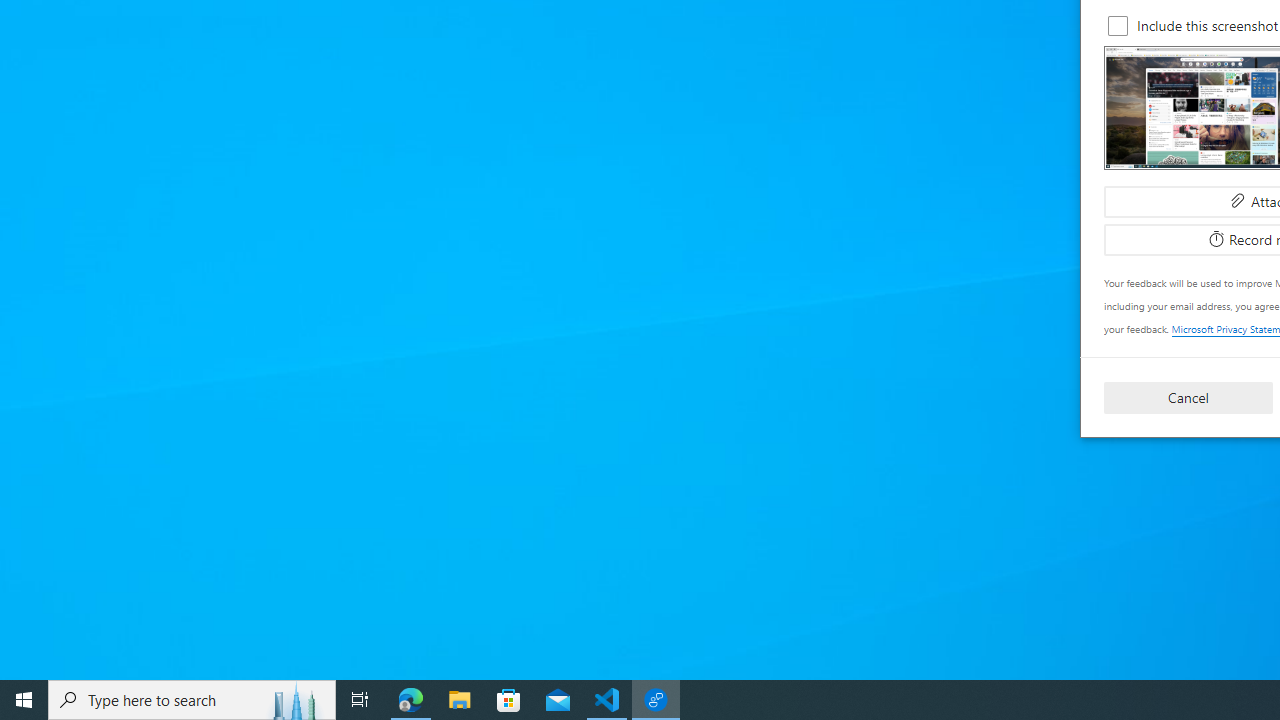  Describe the element at coordinates (359, 698) in the screenshot. I see `'Task View'` at that location.